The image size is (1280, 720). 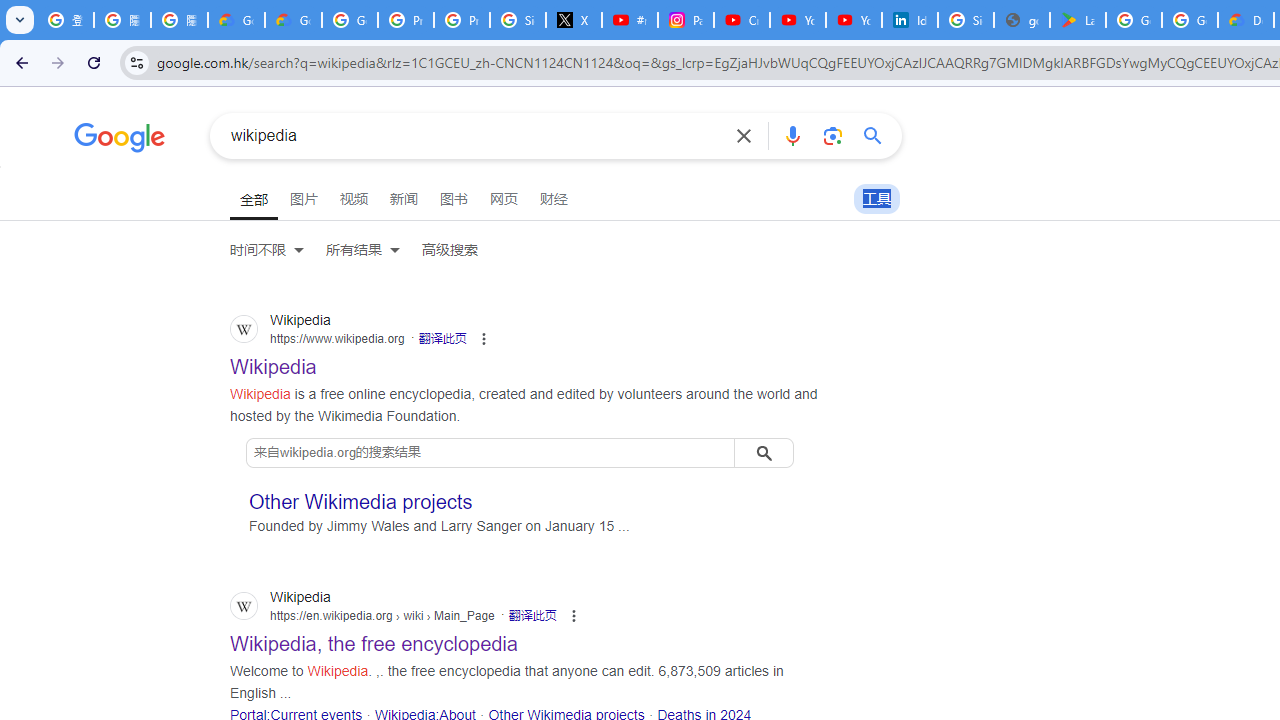 What do you see at coordinates (573, 20) in the screenshot?
I see `'X'` at bounding box center [573, 20].